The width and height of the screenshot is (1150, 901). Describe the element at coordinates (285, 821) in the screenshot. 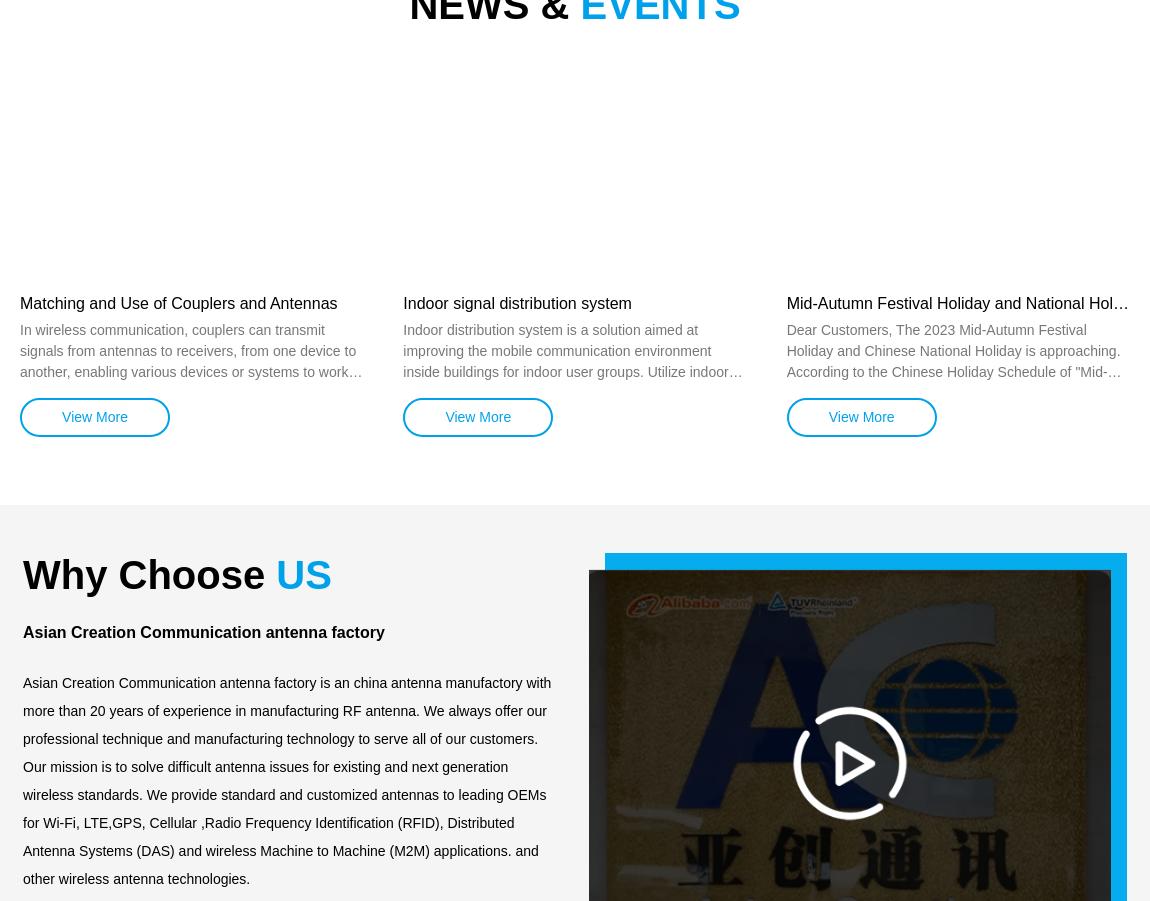

I see `'Our mission is to solve difficult antenna issues for existing and next generation wireless standards. We provide standard and customized antennas to leading OEMs  for Wi-Fi, LTE,GPS, Cellular ,Radio Frequency Identification (RFID), Distributed Antenna Systems (DAS) and wireless Machine to Machine (M2M) applications. and other wireless antenna technologies.'` at that location.